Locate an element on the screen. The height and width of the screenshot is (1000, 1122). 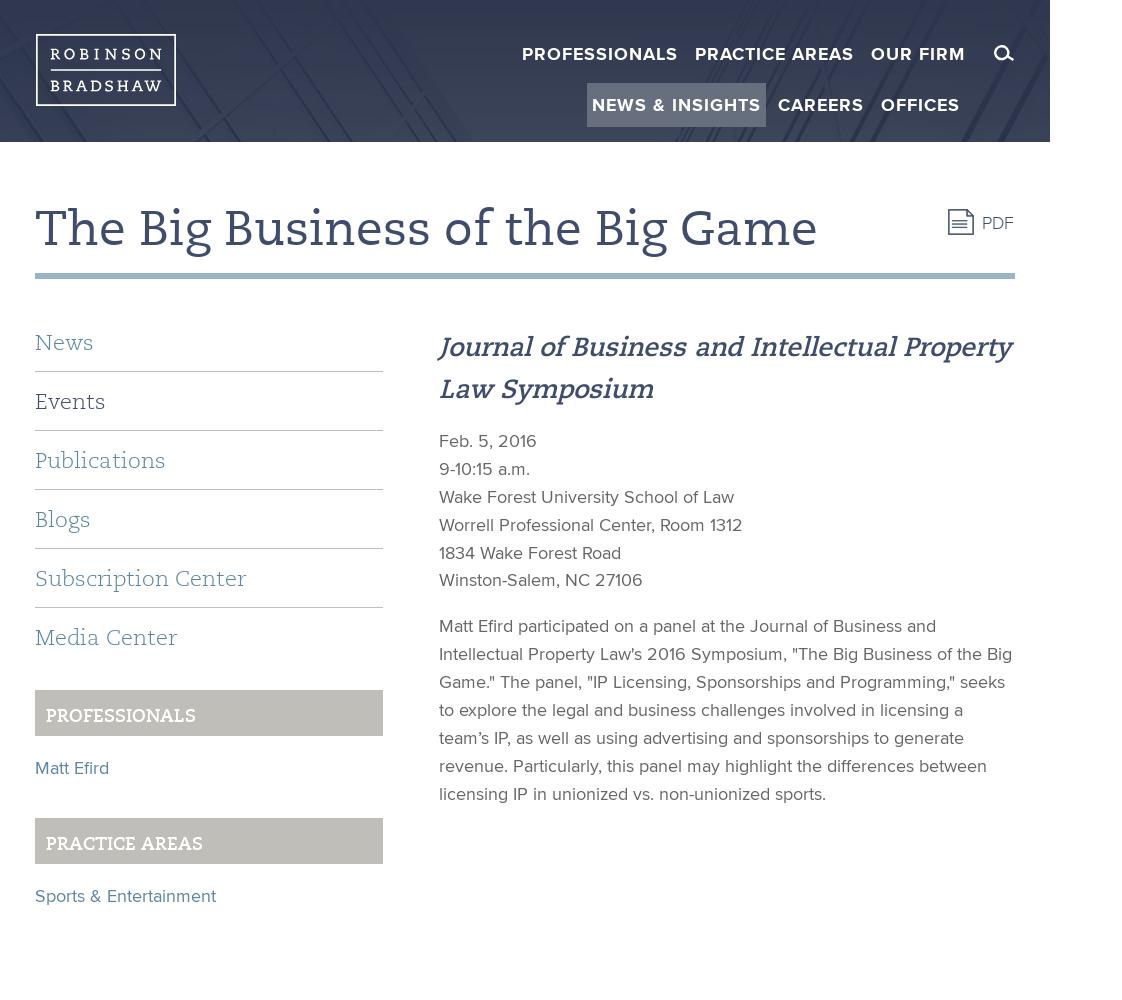
'Journal of Business and Intellectual Property Law Symposium' is located at coordinates (724, 366).